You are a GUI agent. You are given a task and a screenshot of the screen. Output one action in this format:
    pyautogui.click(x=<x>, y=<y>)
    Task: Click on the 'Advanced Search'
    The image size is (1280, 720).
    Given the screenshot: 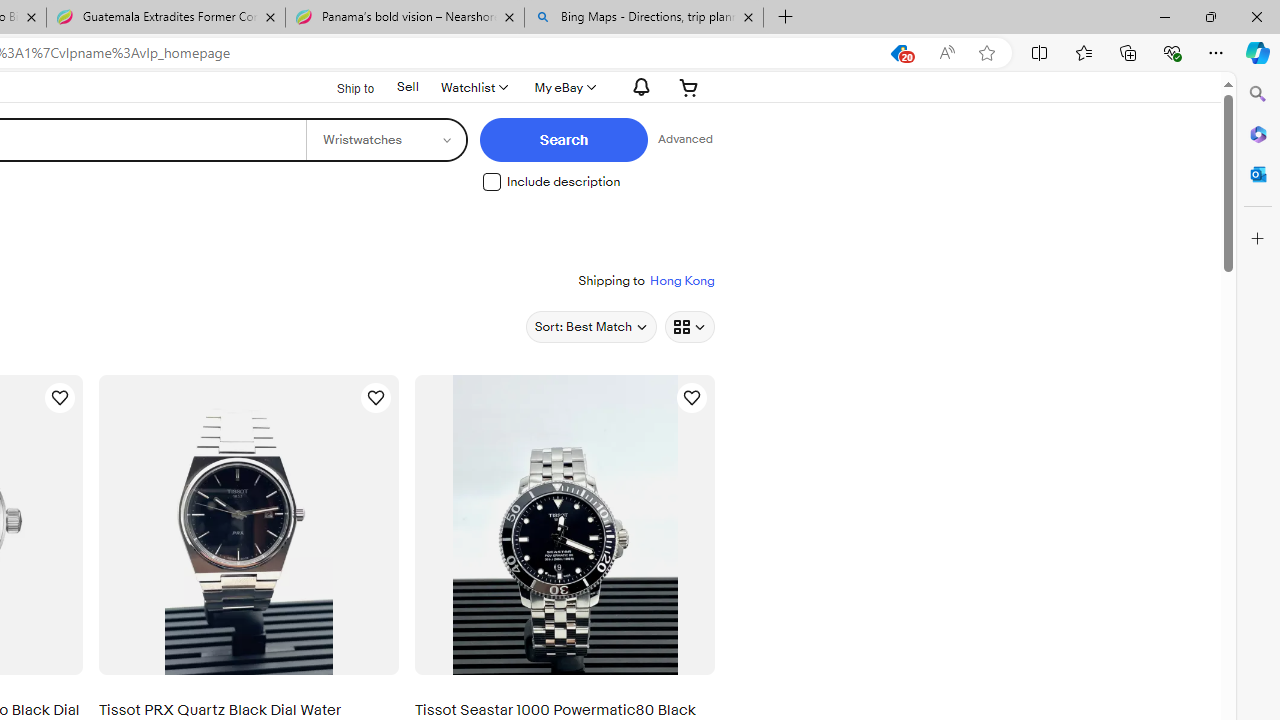 What is the action you would take?
    pyautogui.click(x=679, y=139)
    